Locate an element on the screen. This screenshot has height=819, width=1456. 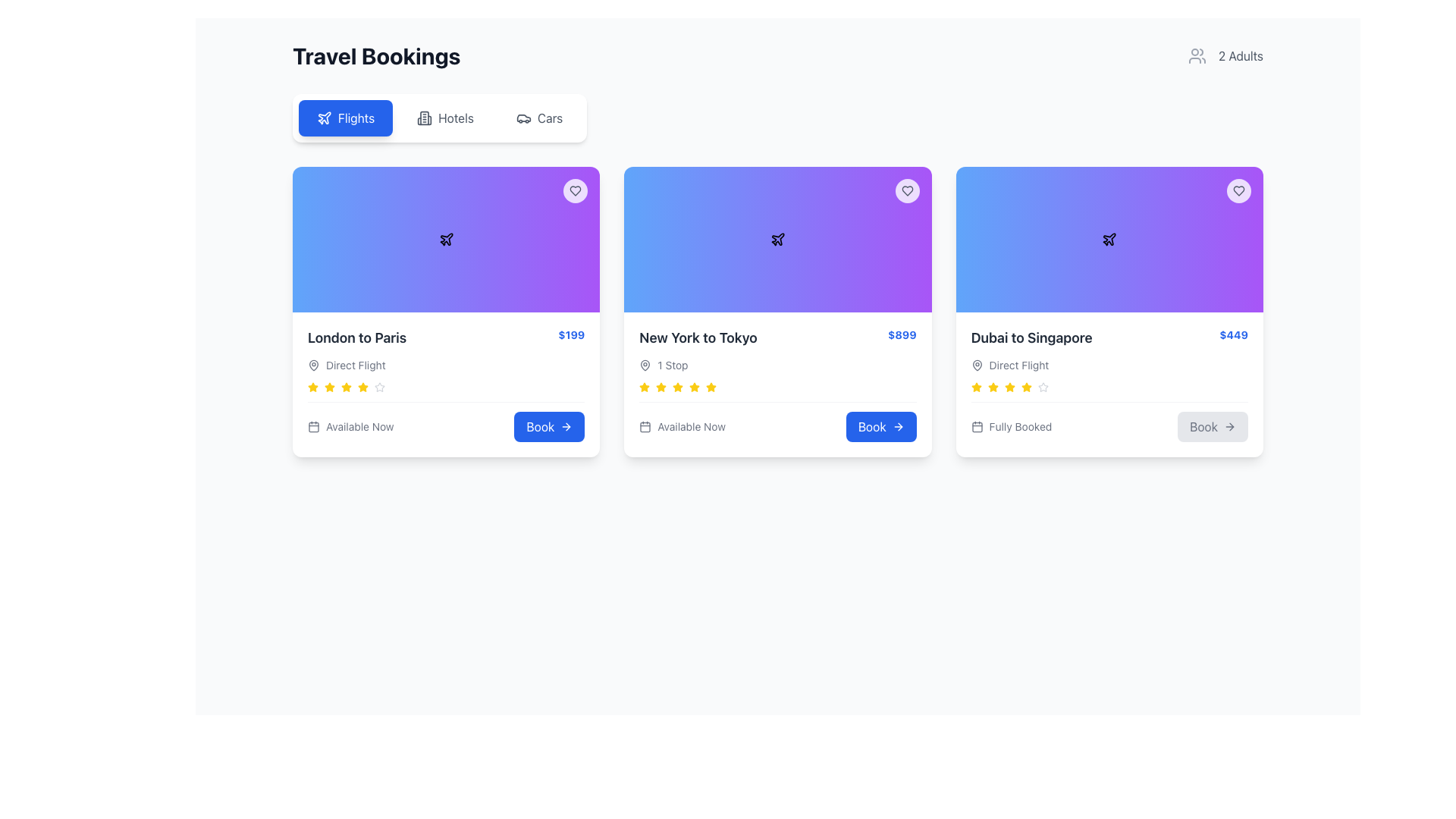
individual star icons in the Rating component located in the center-left card under the 'Direct Flight' label and above the 'Available Now' label by hovering over each star is located at coordinates (445, 386).